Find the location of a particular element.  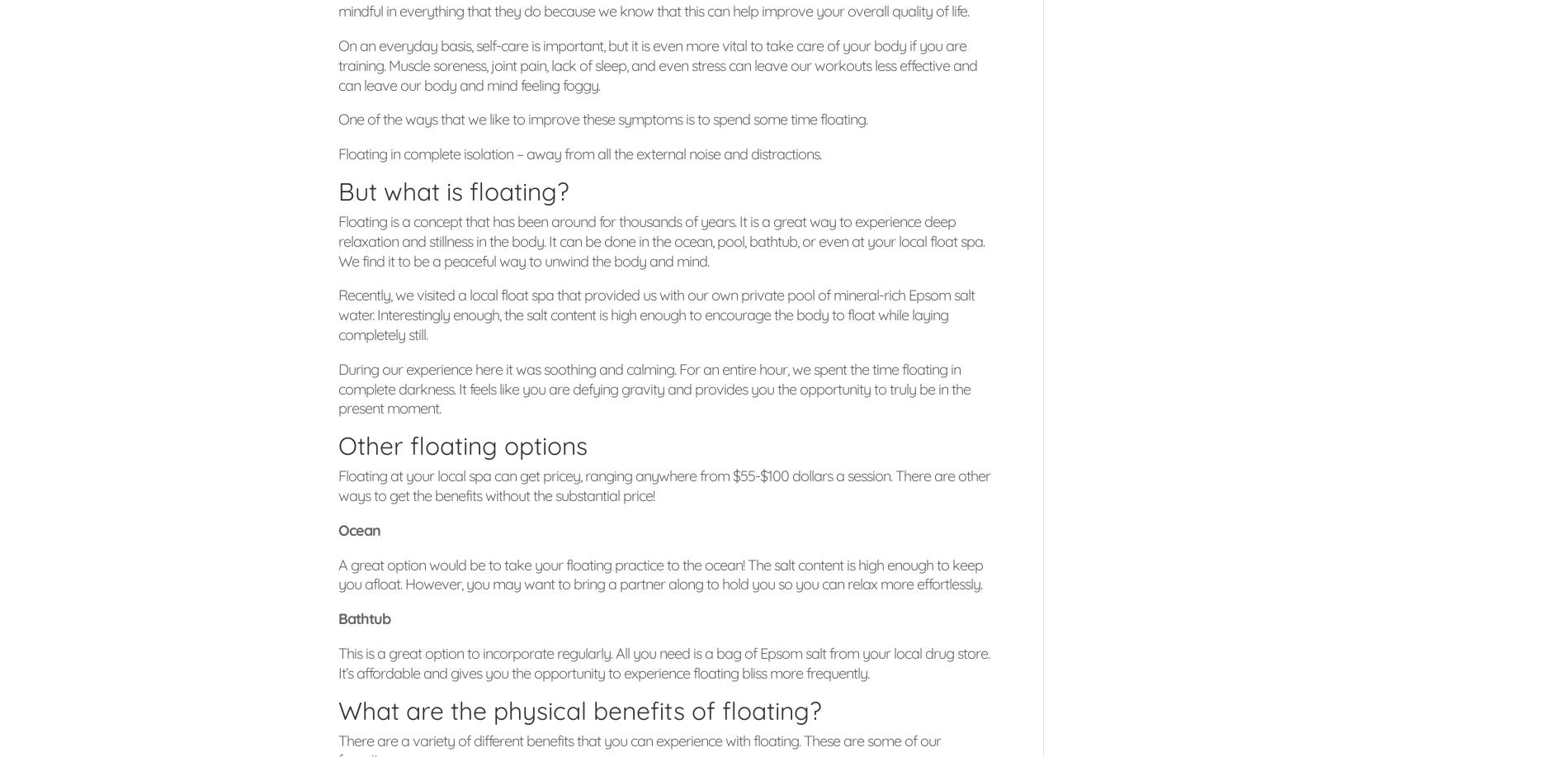

'Ocean' is located at coordinates (358, 528).